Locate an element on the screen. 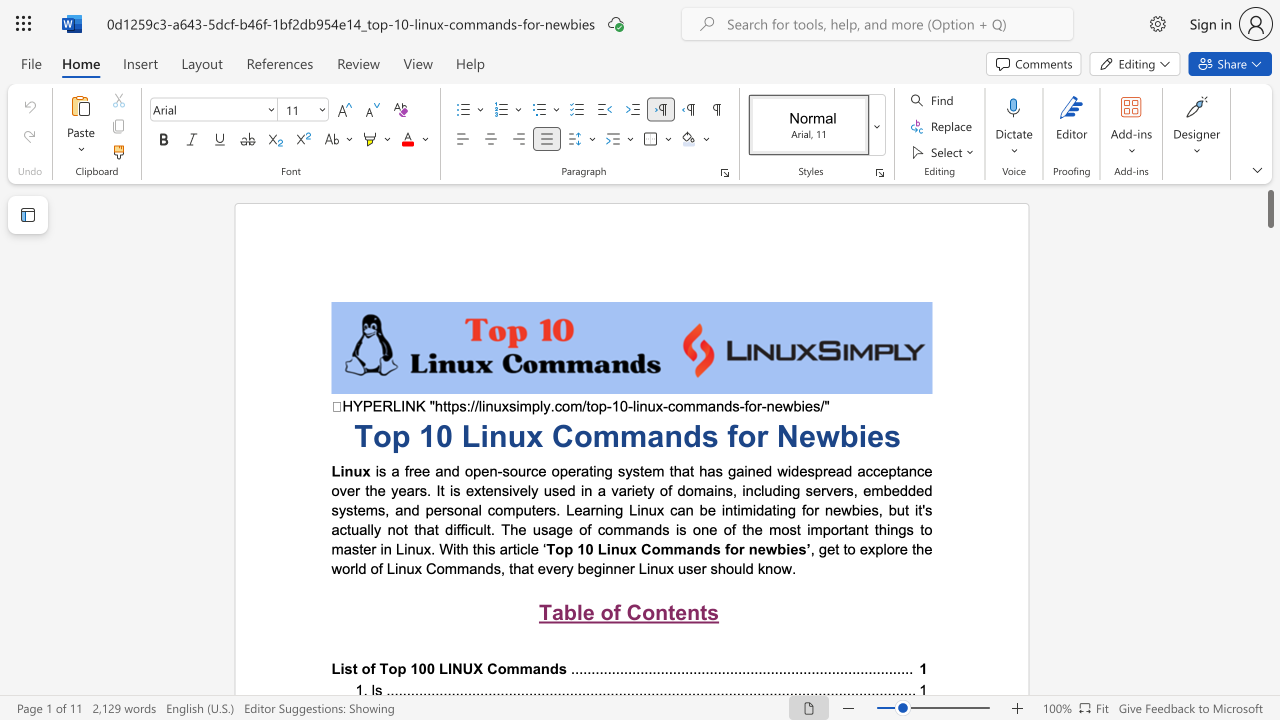 The height and width of the screenshot is (720, 1280). the subset text "wbie" within the text "for newbies’" is located at coordinates (764, 549).